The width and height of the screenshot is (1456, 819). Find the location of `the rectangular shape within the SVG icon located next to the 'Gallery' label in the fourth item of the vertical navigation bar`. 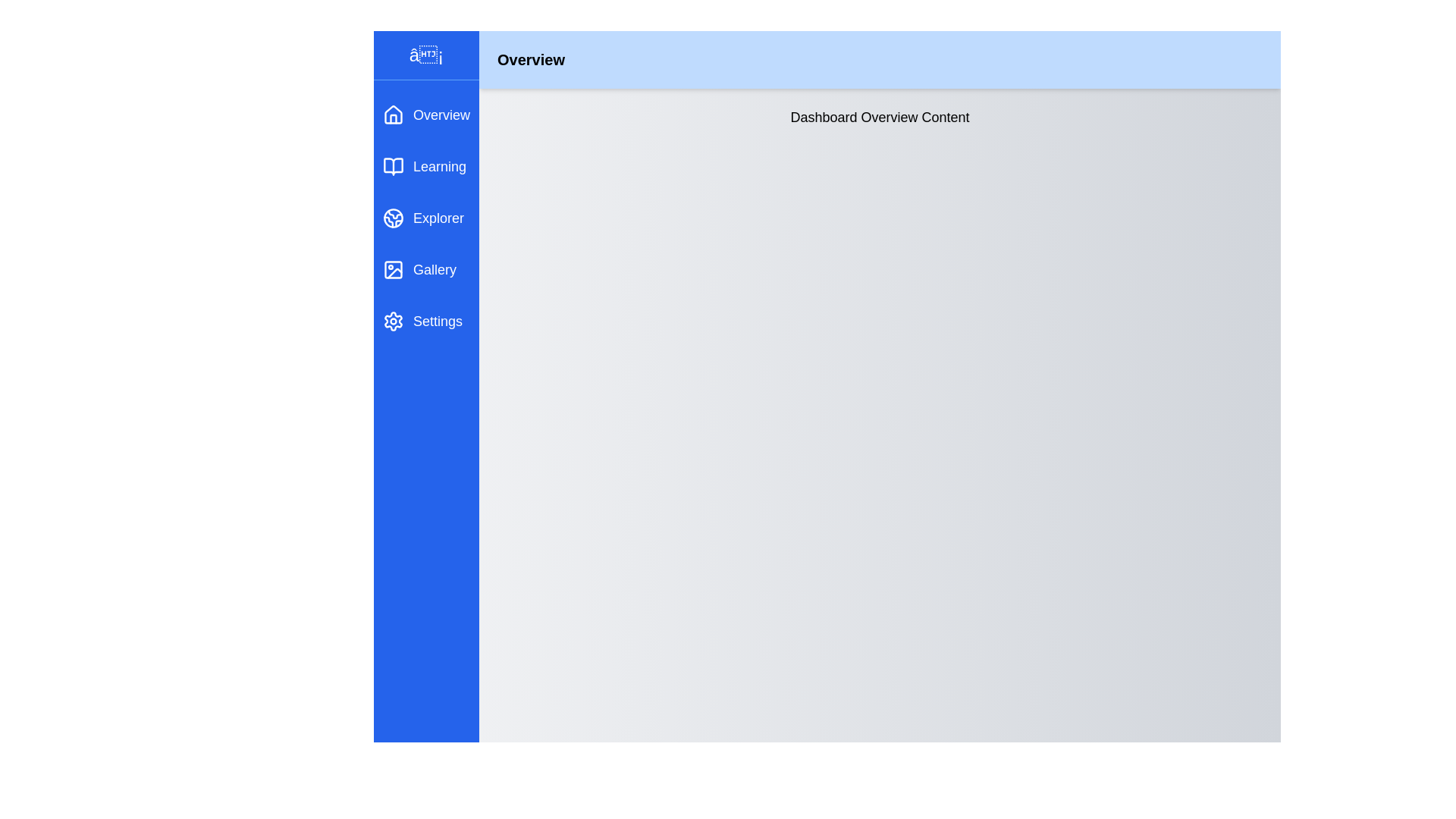

the rectangular shape within the SVG icon located next to the 'Gallery' label in the fourth item of the vertical navigation bar is located at coordinates (393, 268).